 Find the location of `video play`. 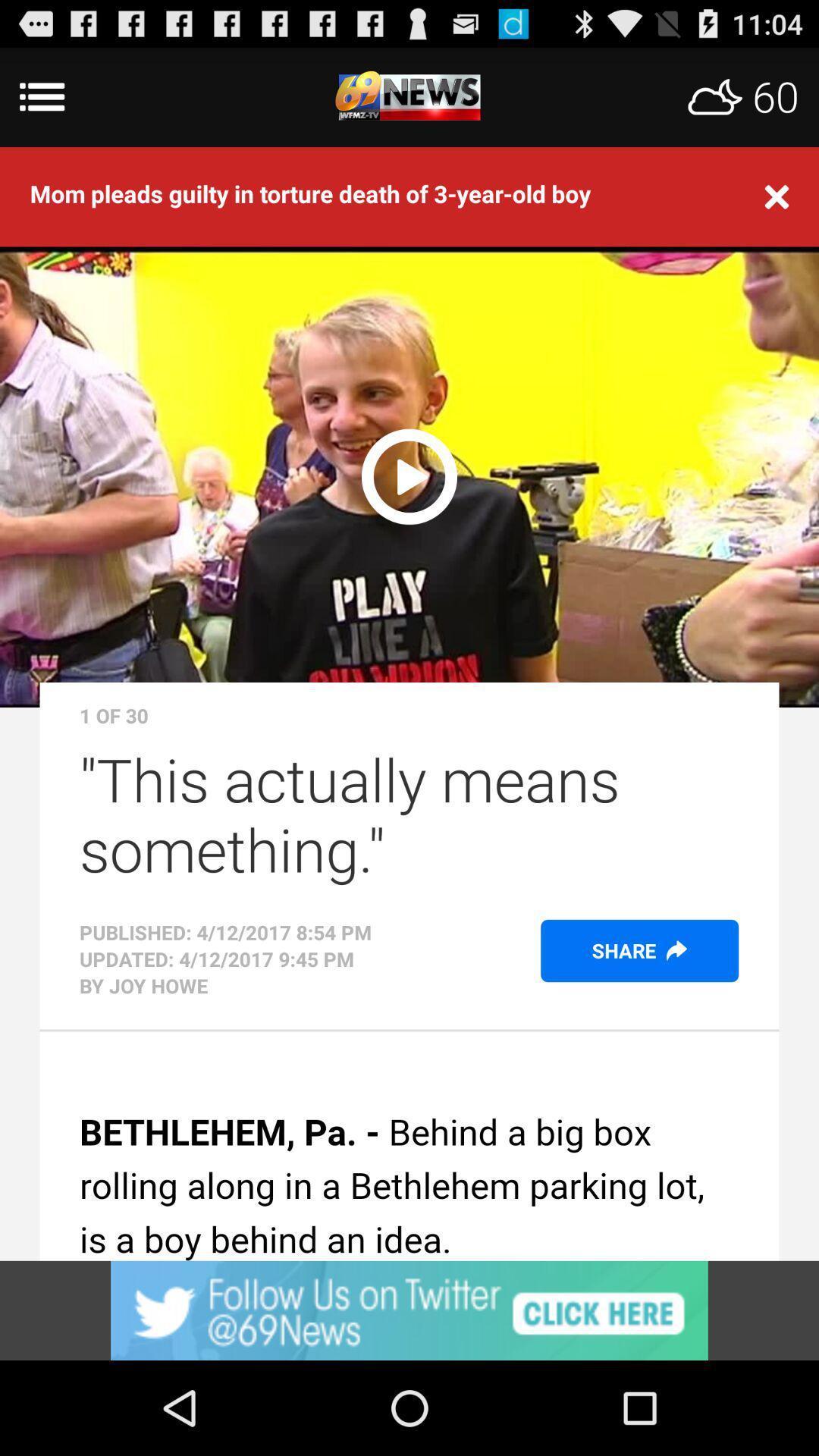

video play is located at coordinates (409, 473).